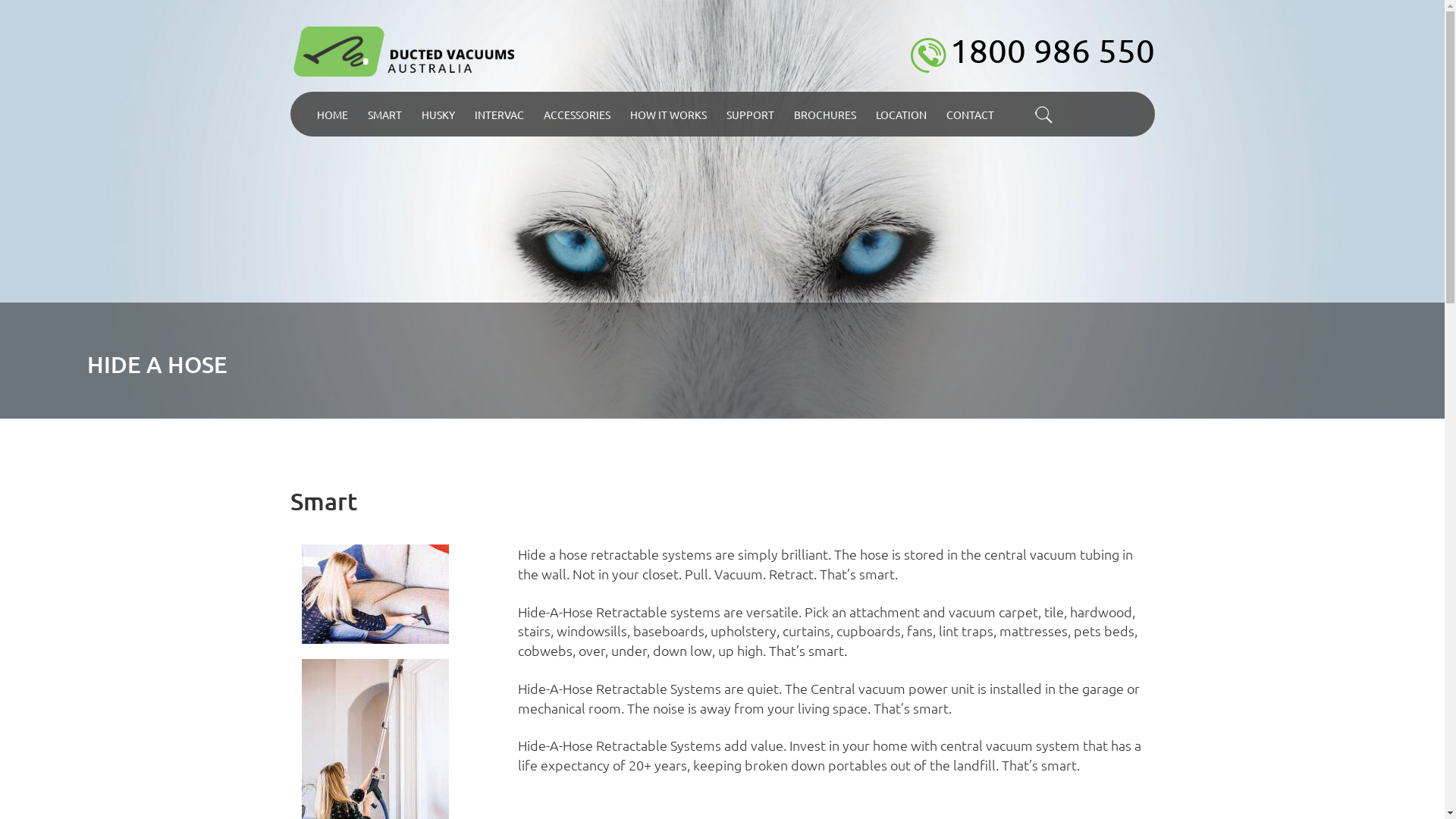 Image resolution: width=1456 pixels, height=819 pixels. Describe the element at coordinates (620, 113) in the screenshot. I see `'HOW IT WORKS'` at that location.